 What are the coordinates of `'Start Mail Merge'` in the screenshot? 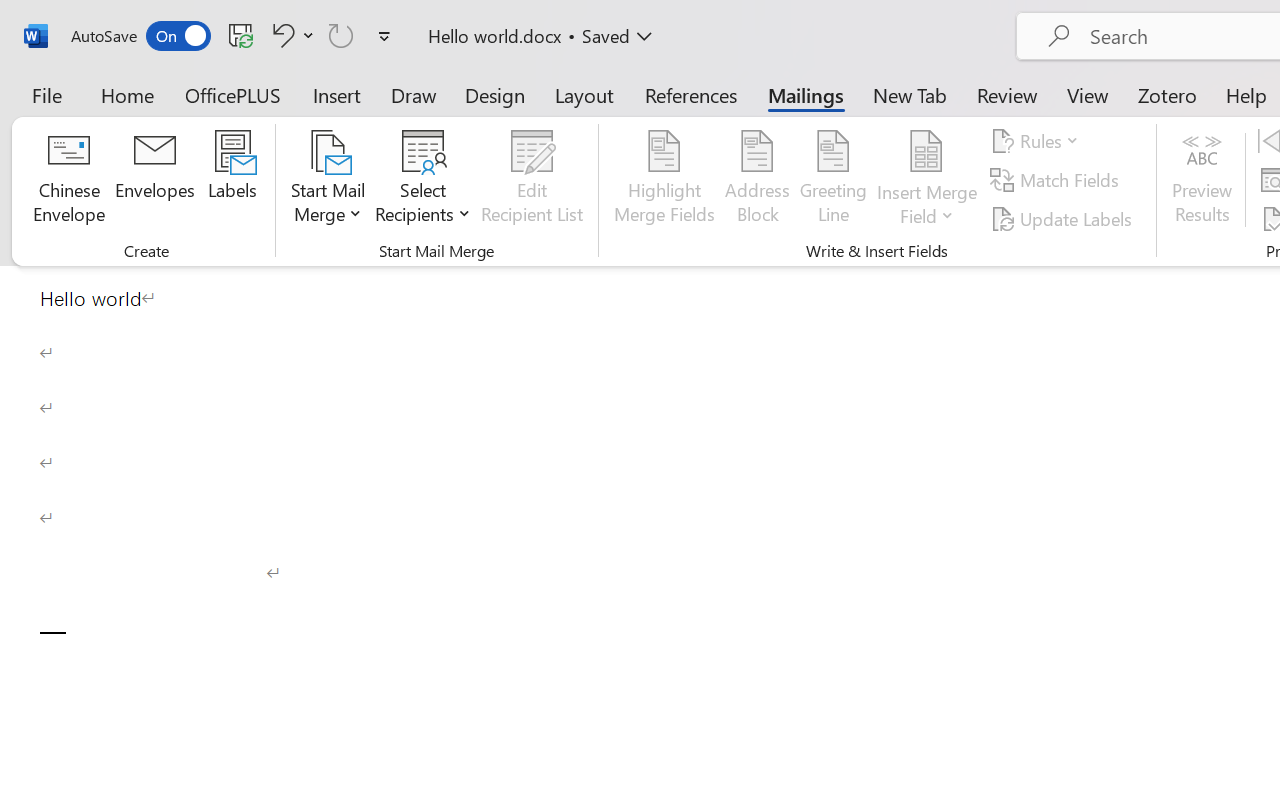 It's located at (328, 179).